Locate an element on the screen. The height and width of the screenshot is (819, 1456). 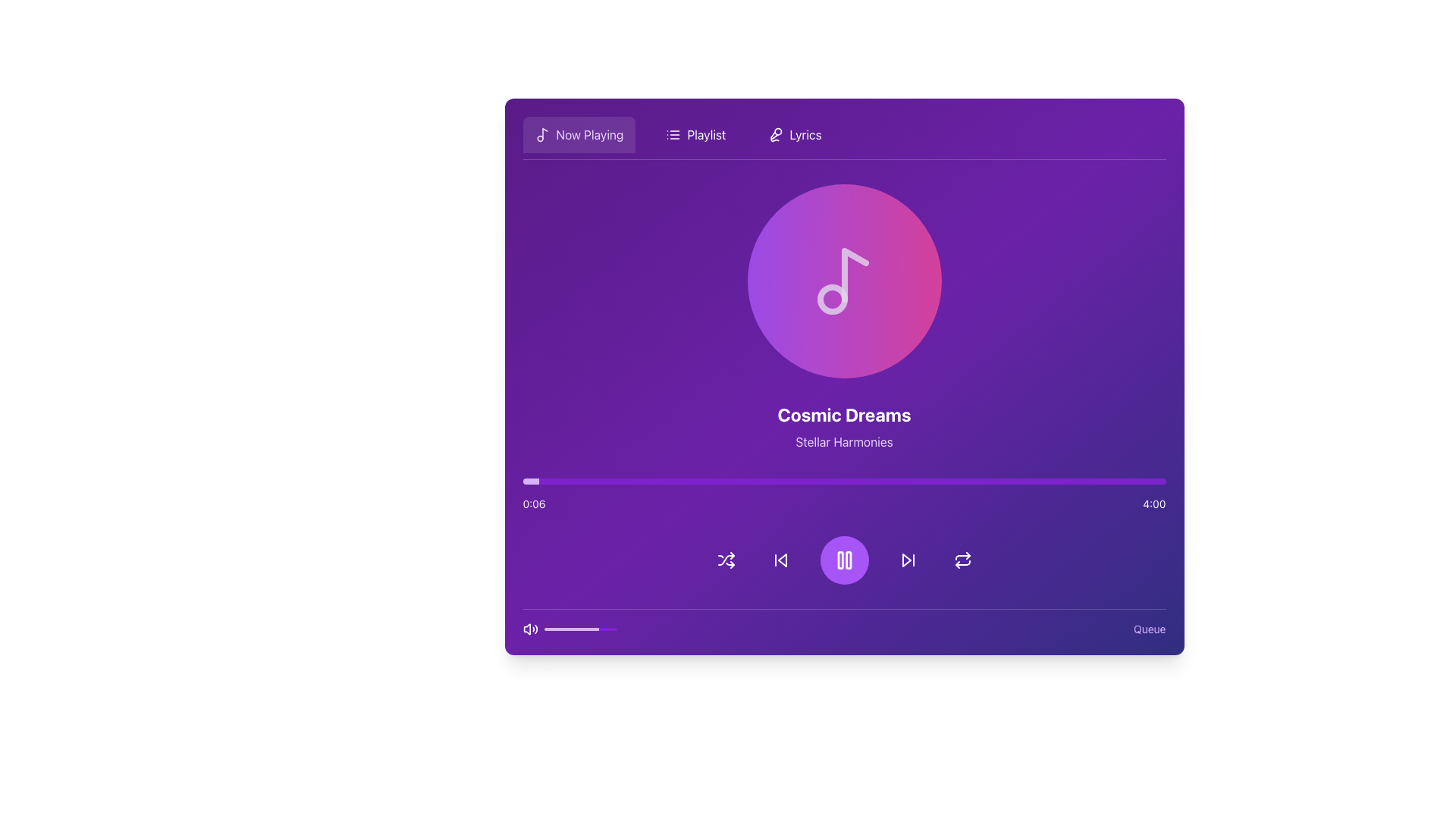
the skip-backward button, which is the third icon from the left in the playback control panel, featuring a triangular play button pointing left with a vertical line on its right, against a purple background is located at coordinates (780, 560).